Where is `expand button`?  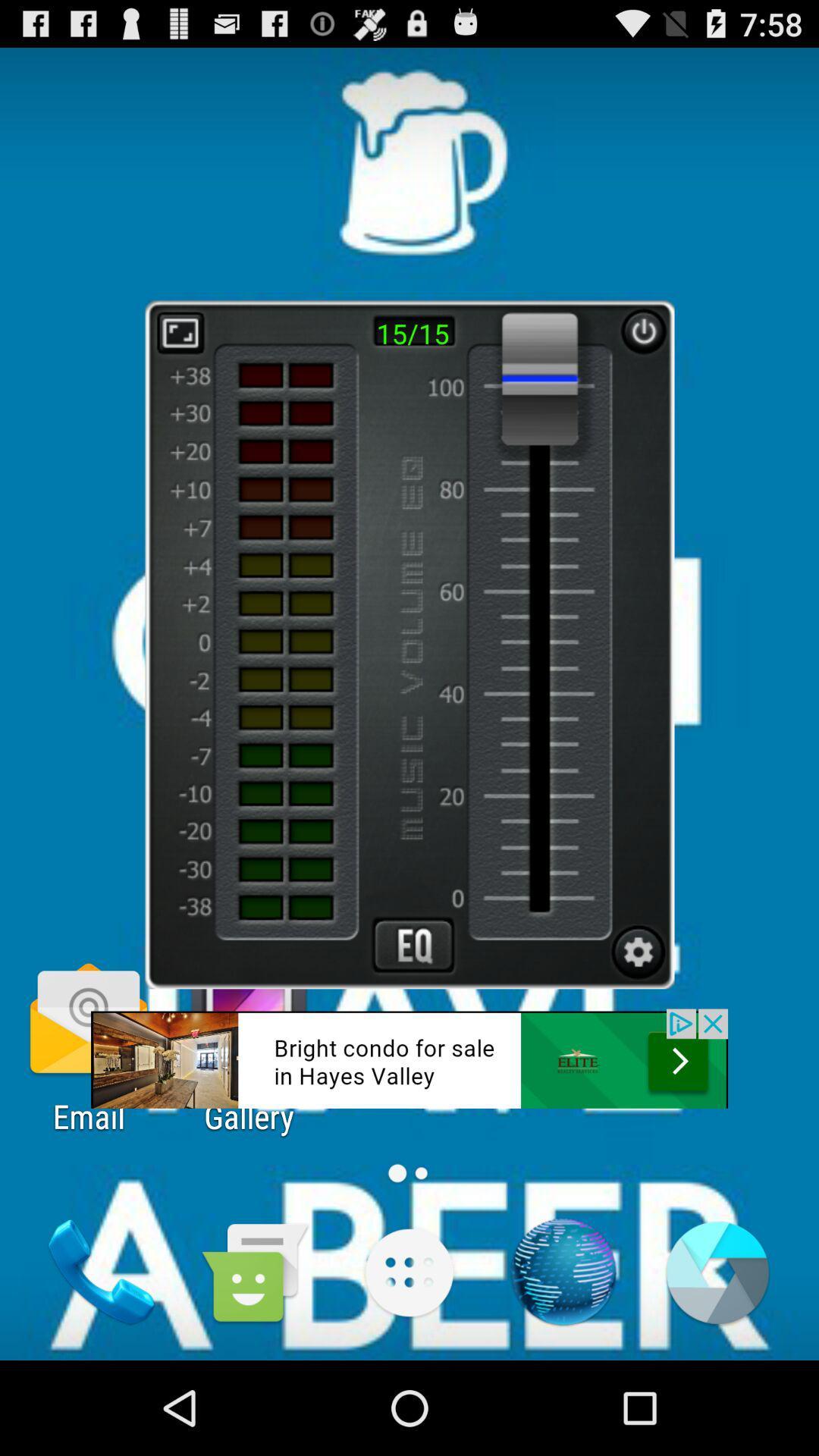 expand button is located at coordinates (179, 331).